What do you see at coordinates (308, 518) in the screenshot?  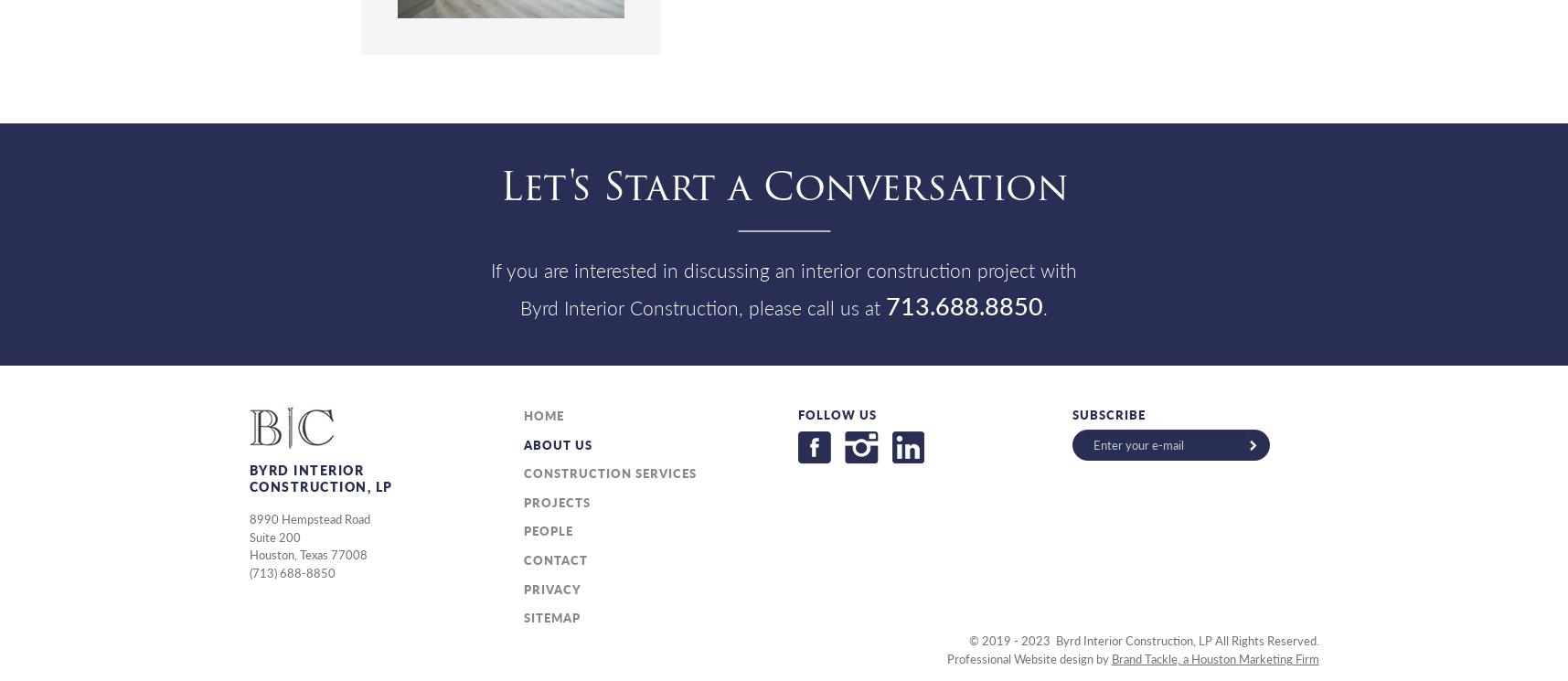 I see `'8990 Hempstead Road'` at bounding box center [308, 518].